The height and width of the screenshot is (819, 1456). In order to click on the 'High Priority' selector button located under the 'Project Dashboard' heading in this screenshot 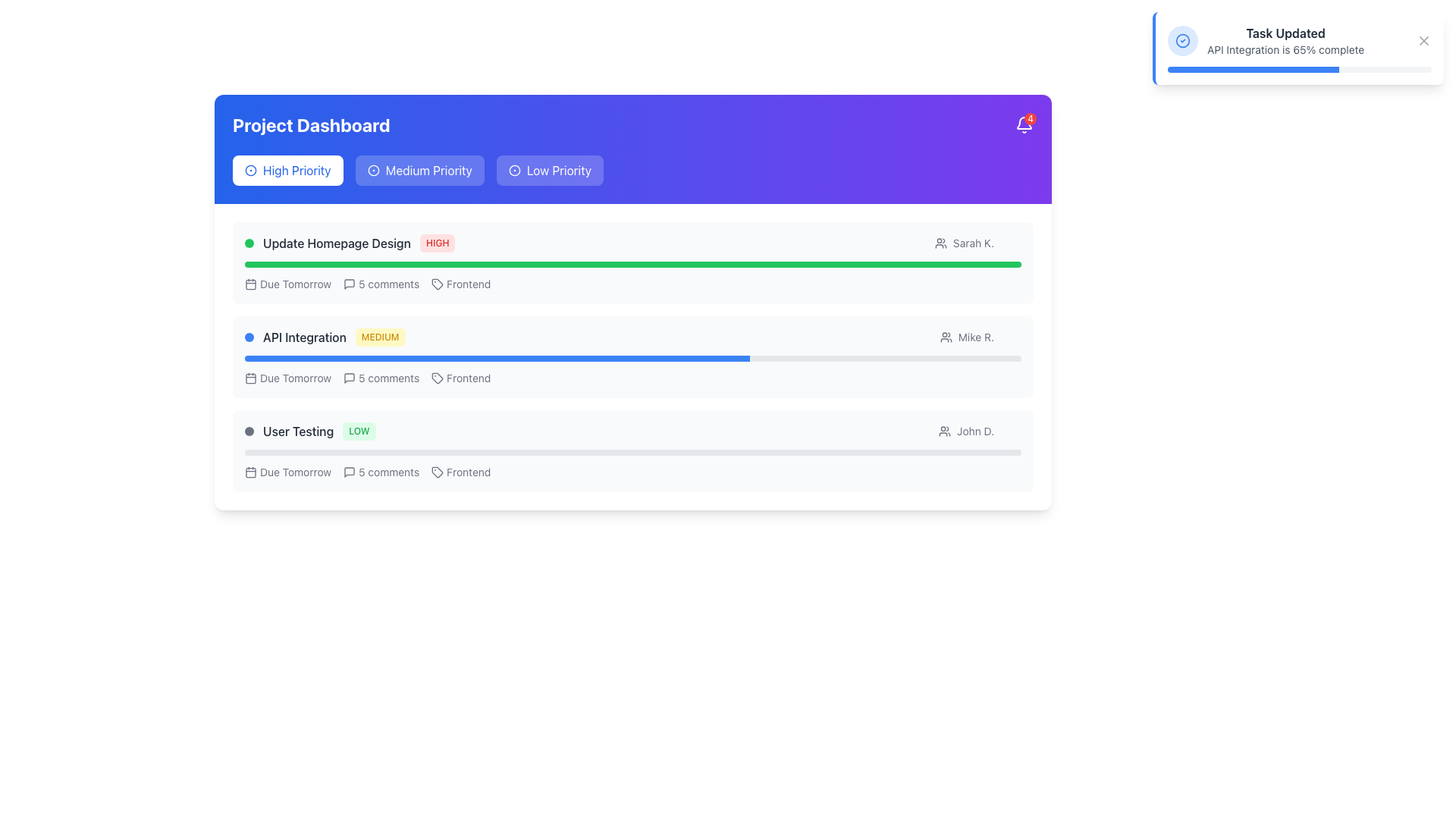, I will do `click(287, 170)`.